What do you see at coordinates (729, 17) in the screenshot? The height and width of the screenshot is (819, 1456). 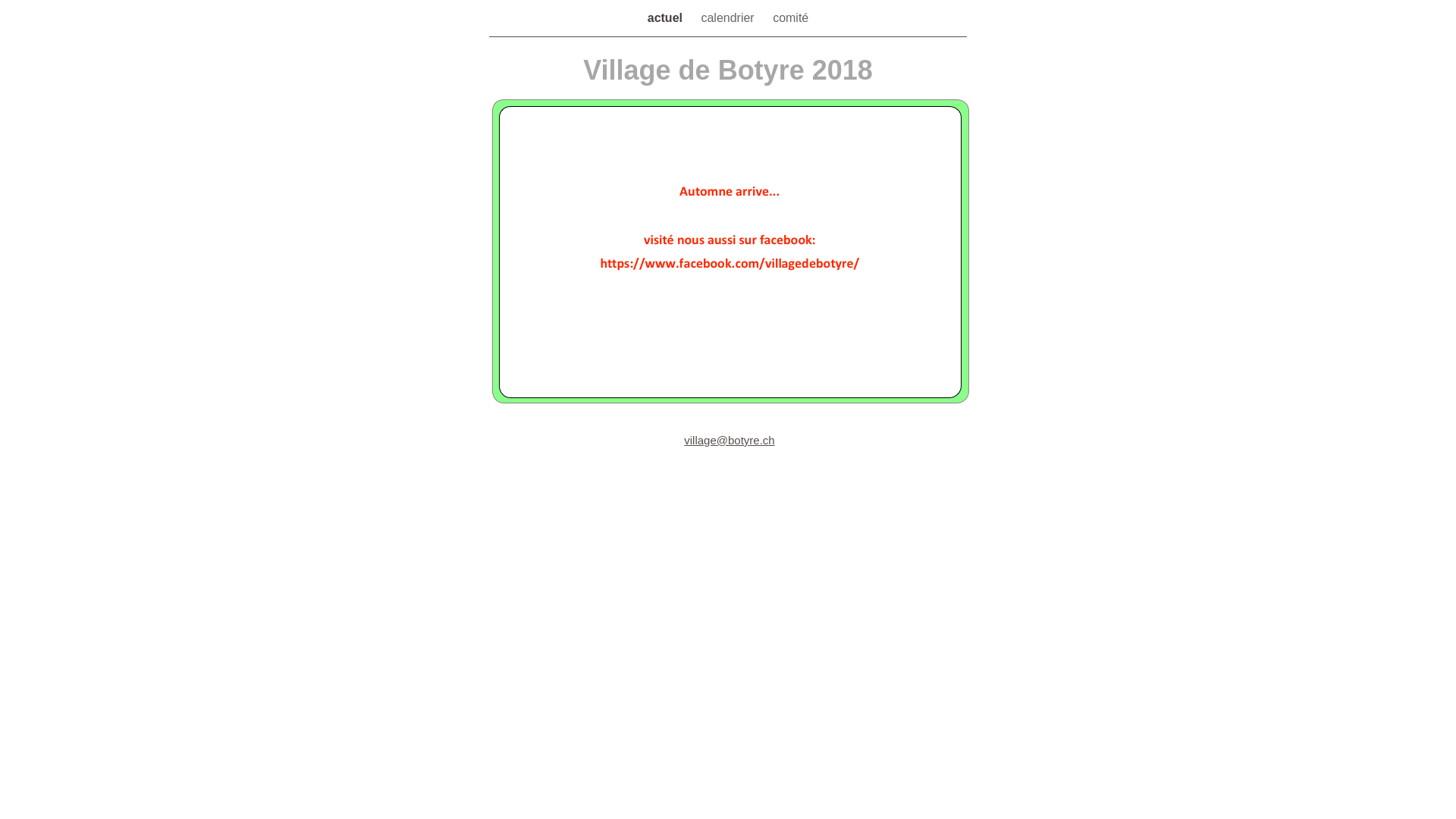 I see `'calendrier'` at bounding box center [729, 17].